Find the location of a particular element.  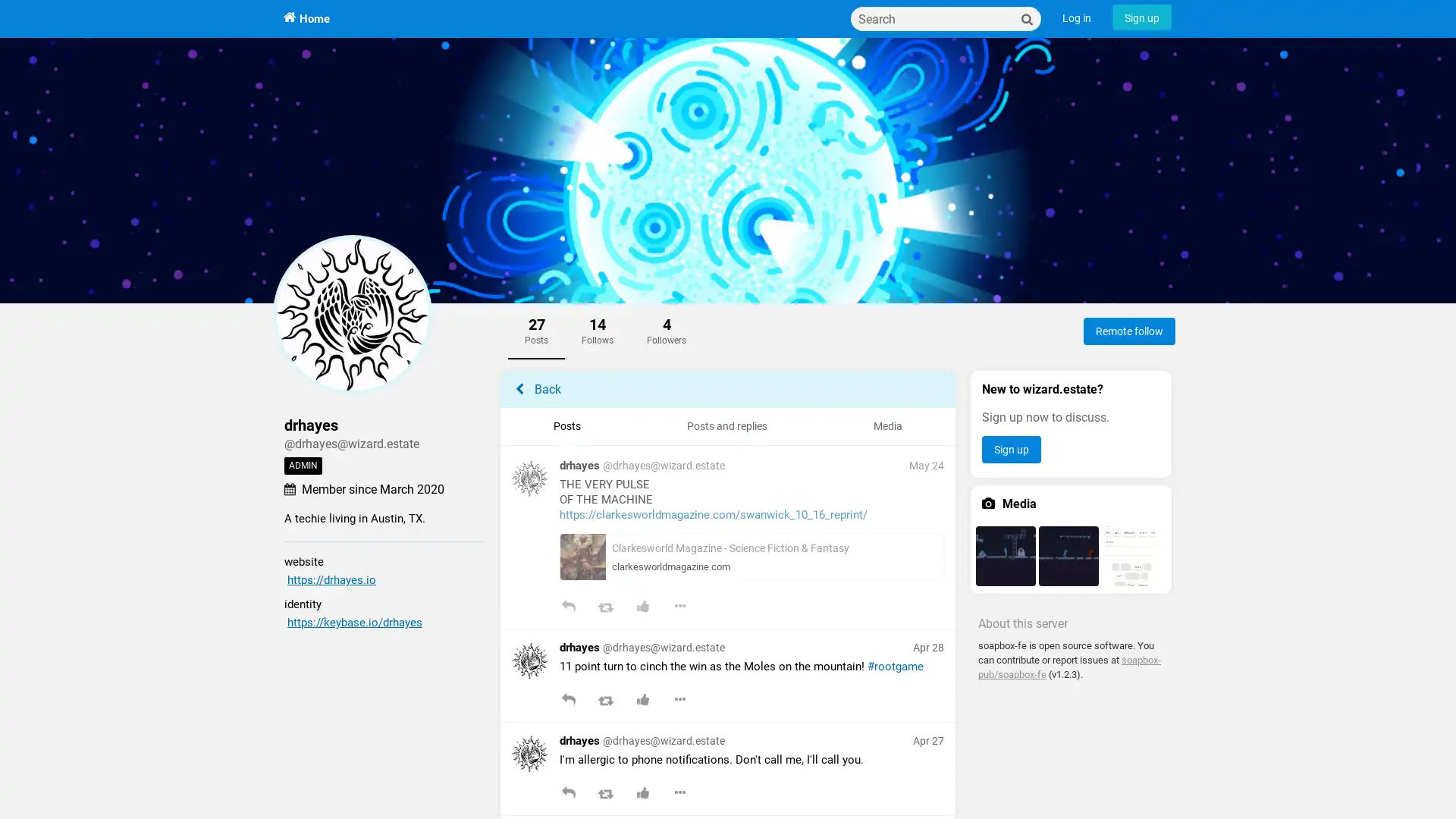

Reply is located at coordinates (567, 607).